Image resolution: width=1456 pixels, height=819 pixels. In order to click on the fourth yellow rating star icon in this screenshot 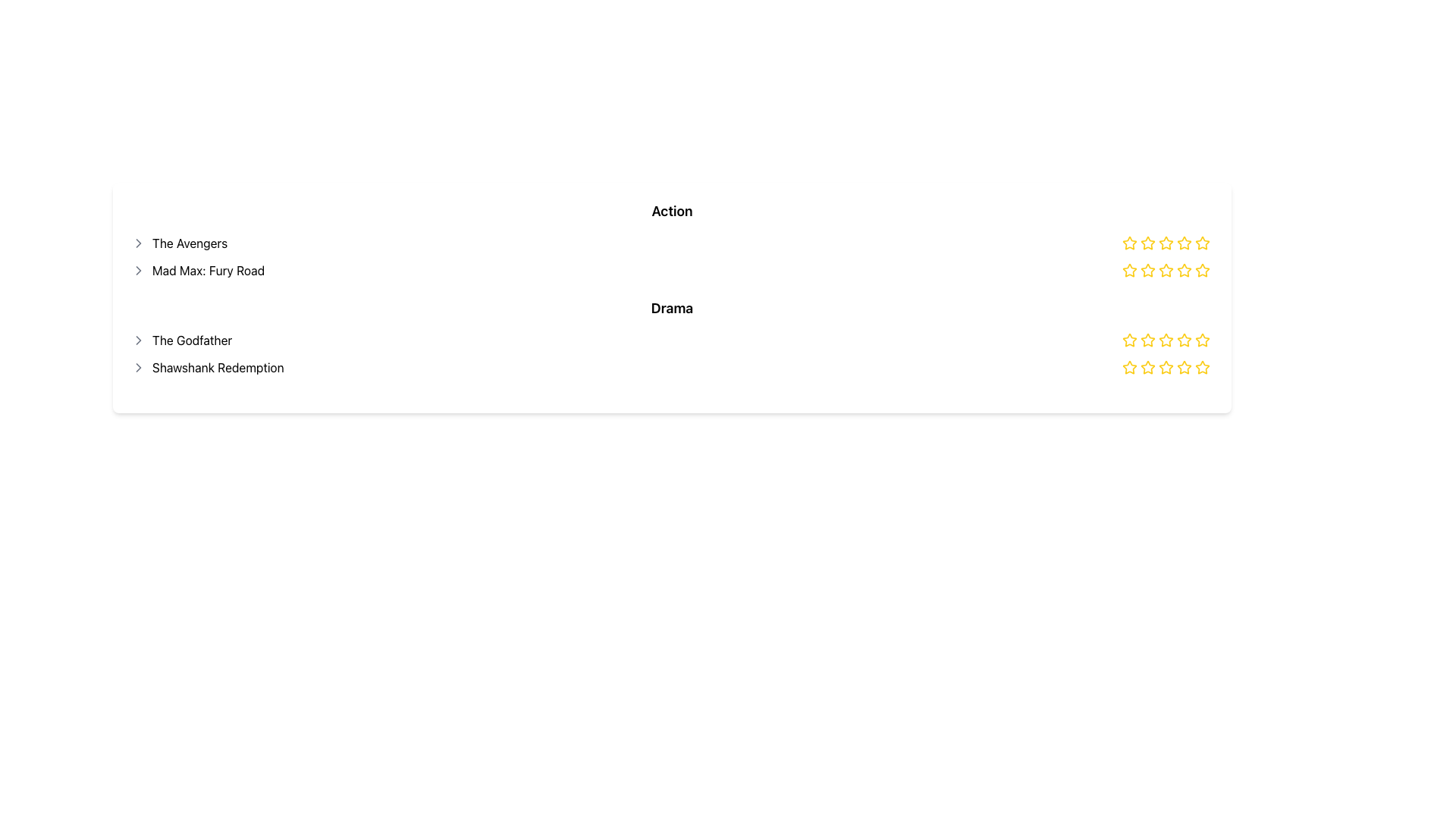, I will do `click(1165, 270)`.